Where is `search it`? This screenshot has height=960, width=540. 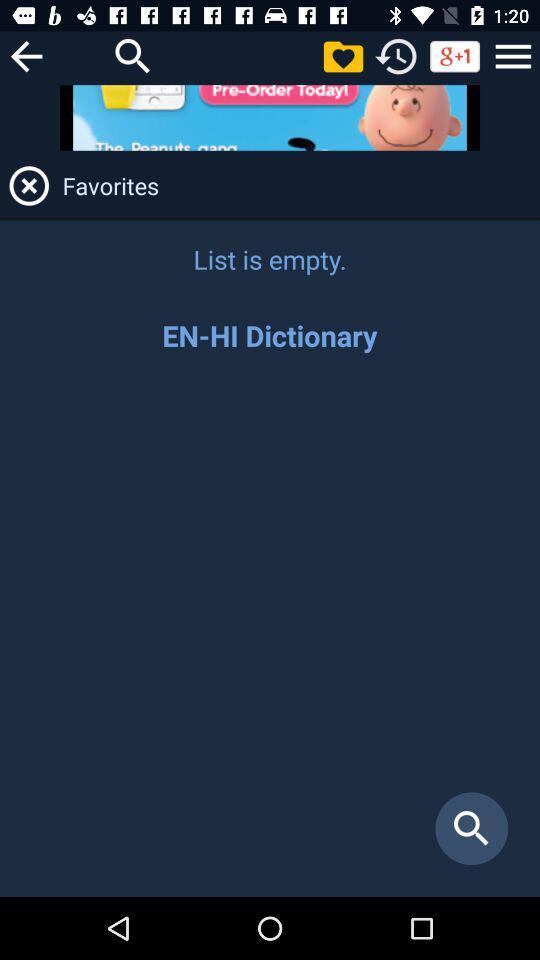 search it is located at coordinates (133, 55).